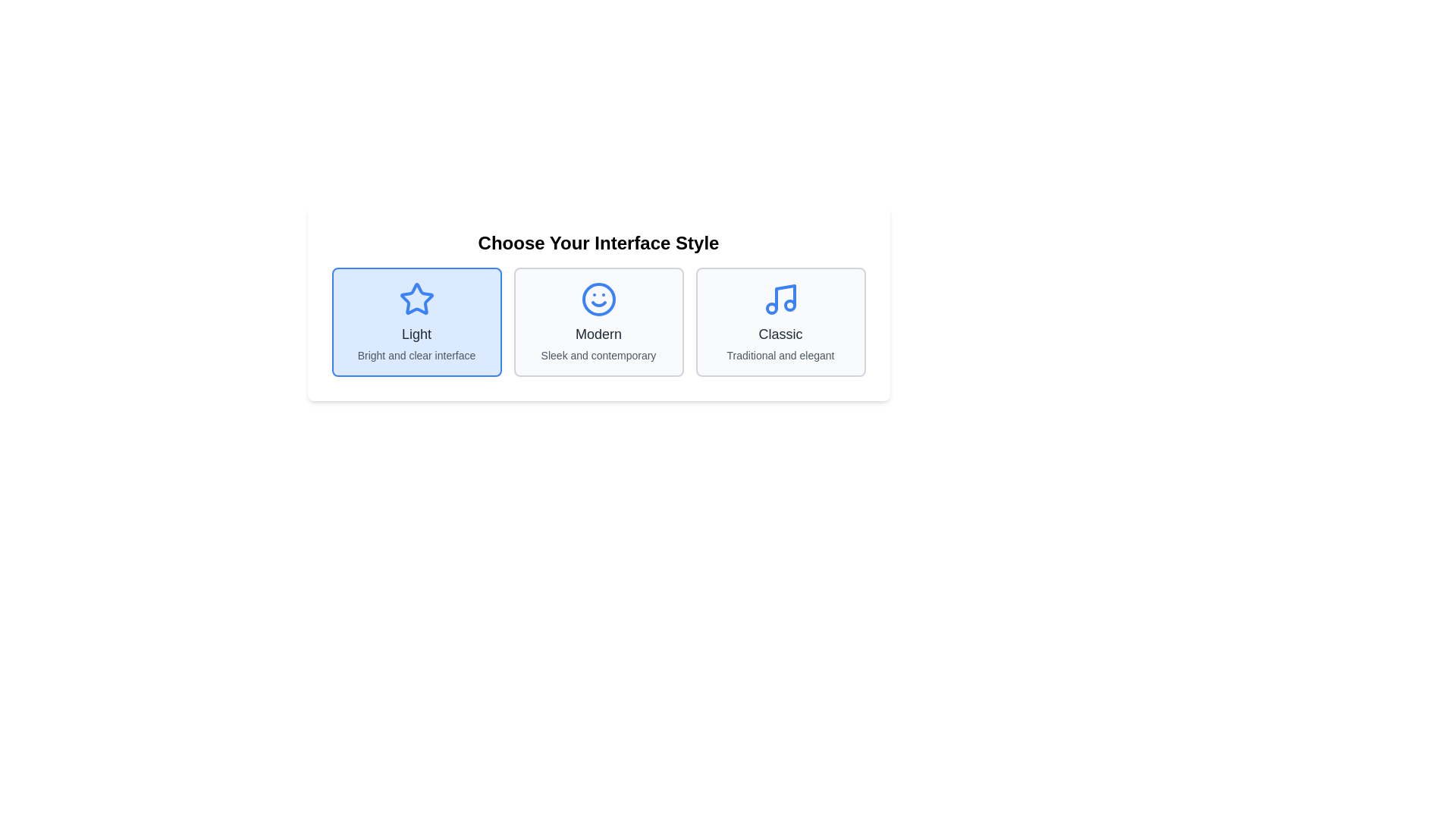 The image size is (1456, 819). Describe the element at coordinates (416, 321) in the screenshot. I see `the 'Light' theme button in the style chooser to observe any tooltip or visual effect` at that location.